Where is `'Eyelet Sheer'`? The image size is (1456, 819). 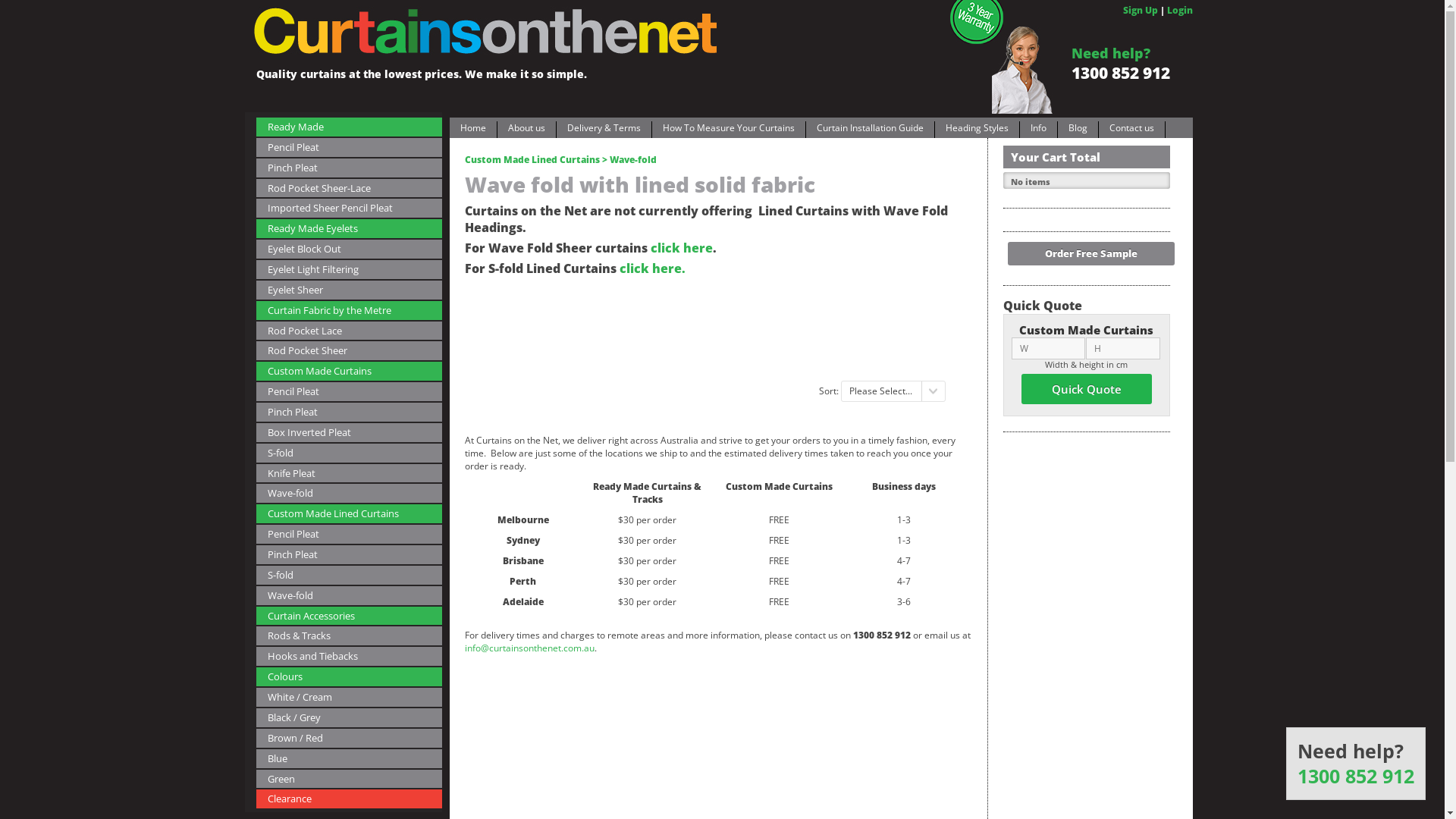 'Eyelet Sheer' is located at coordinates (348, 290).